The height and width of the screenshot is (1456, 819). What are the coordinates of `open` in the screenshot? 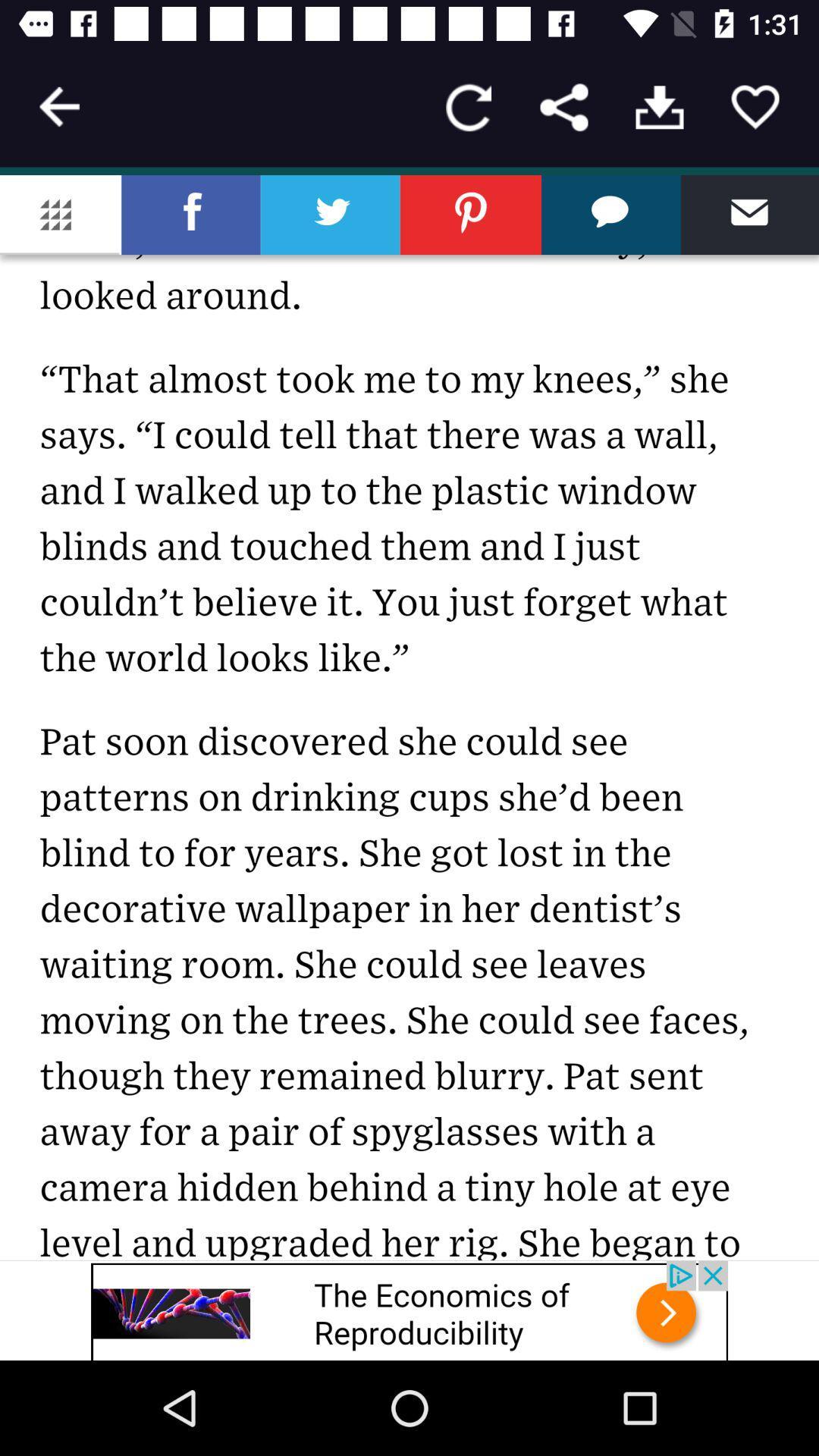 It's located at (659, 106).